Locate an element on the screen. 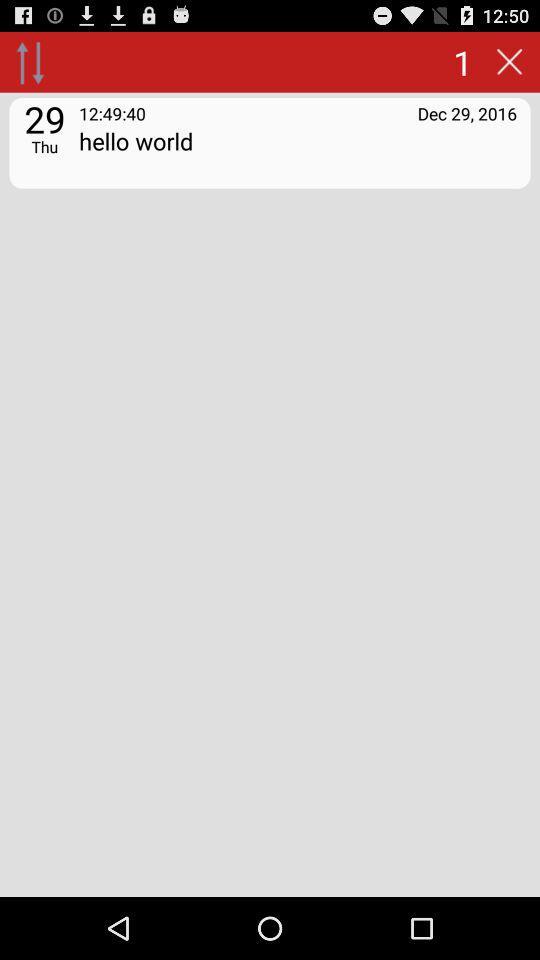 This screenshot has width=540, height=960. item above hello world is located at coordinates (467, 113).